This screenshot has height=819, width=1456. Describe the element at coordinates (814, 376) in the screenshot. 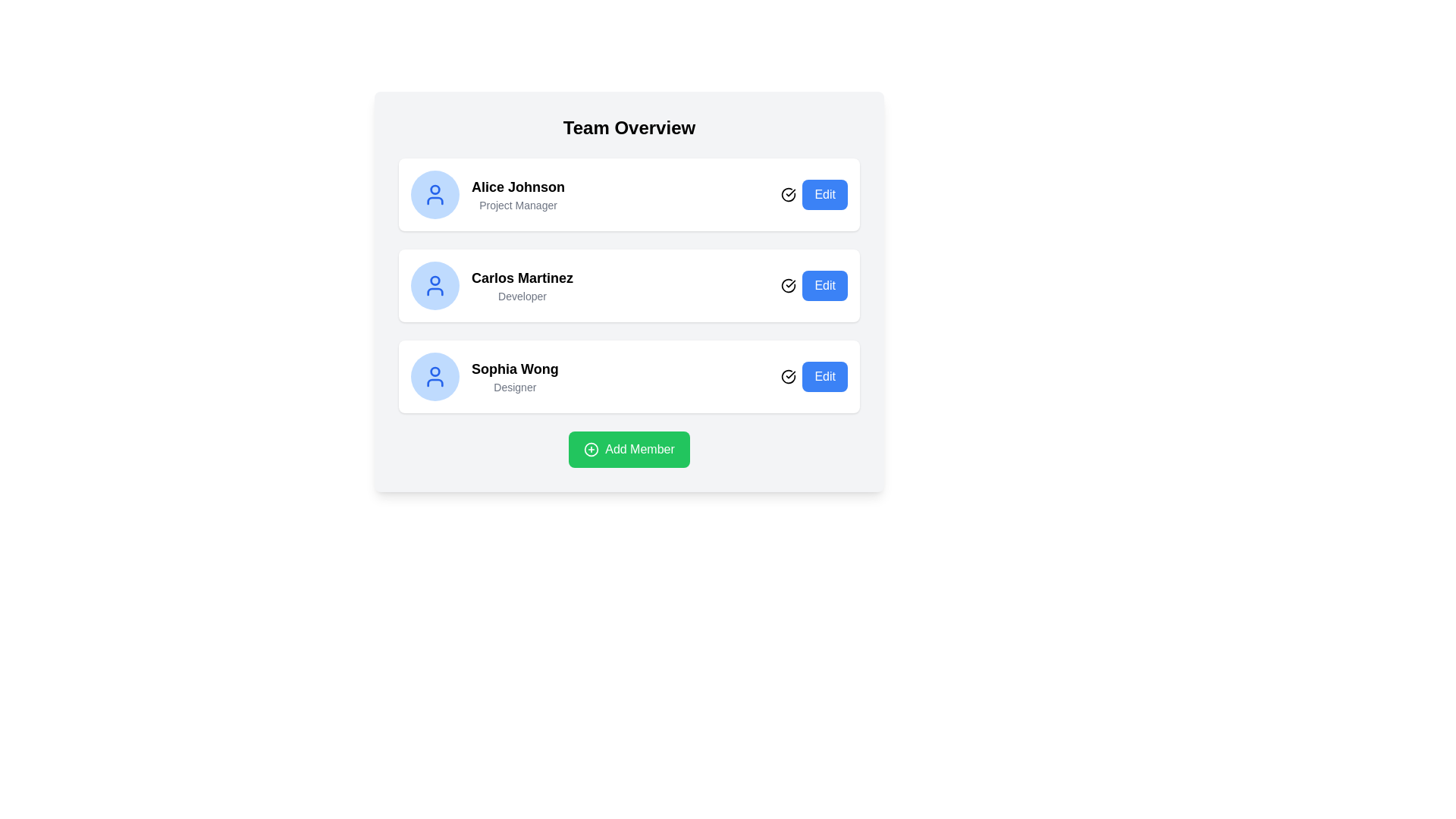

I see `the 'Edit' button with white text on a blue background located at the bottom right of the list item for 'Sophia Wong', which is the third 'Edit' button in a vertical arrangement` at that location.